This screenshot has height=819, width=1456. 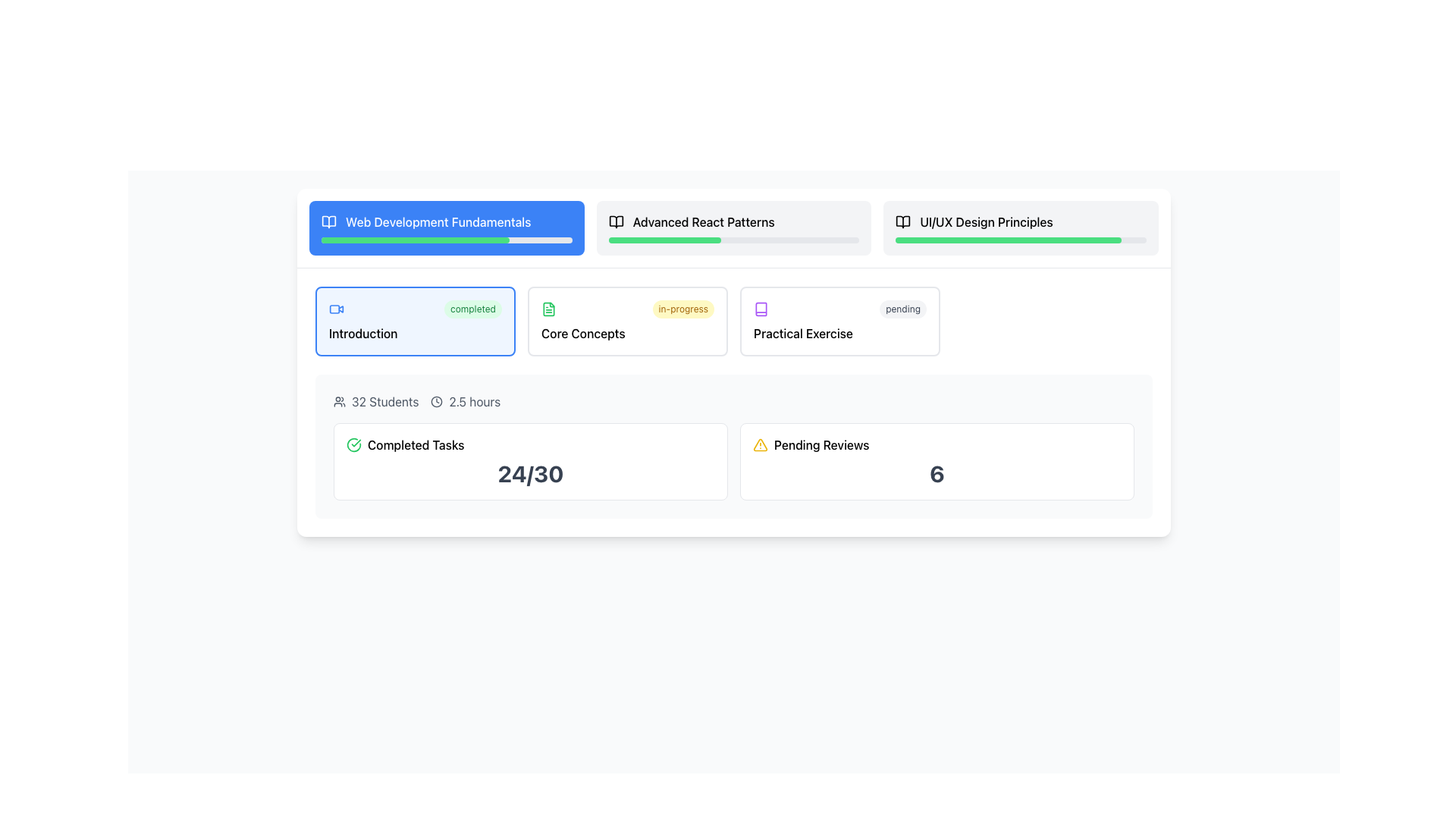 What do you see at coordinates (839, 321) in the screenshot?
I see `the 'Practical Exercise' card in the third column of the grid layout` at bounding box center [839, 321].